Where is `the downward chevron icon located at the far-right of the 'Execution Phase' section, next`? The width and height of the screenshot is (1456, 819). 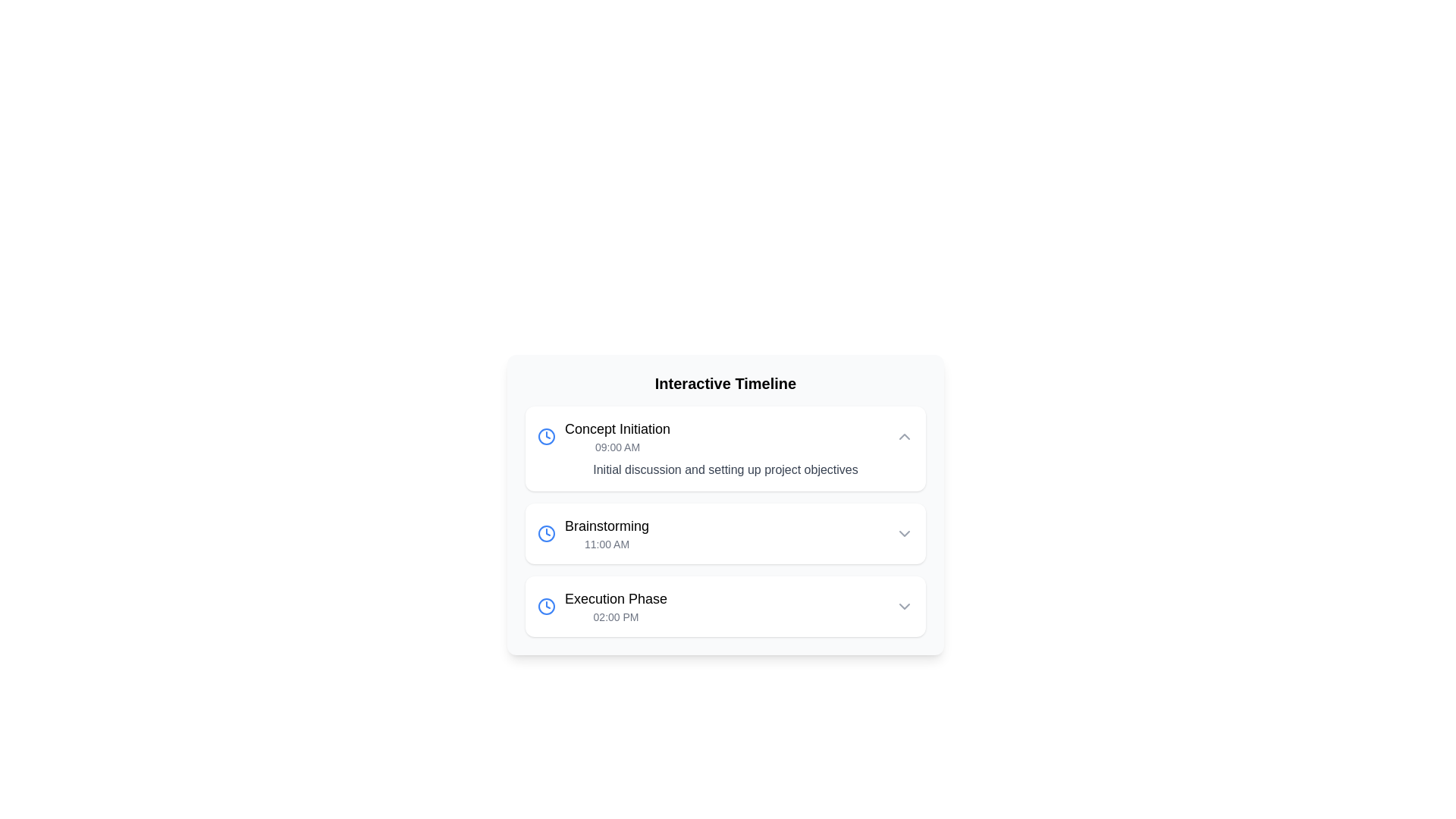
the downward chevron icon located at the far-right of the 'Execution Phase' section, next is located at coordinates (905, 605).